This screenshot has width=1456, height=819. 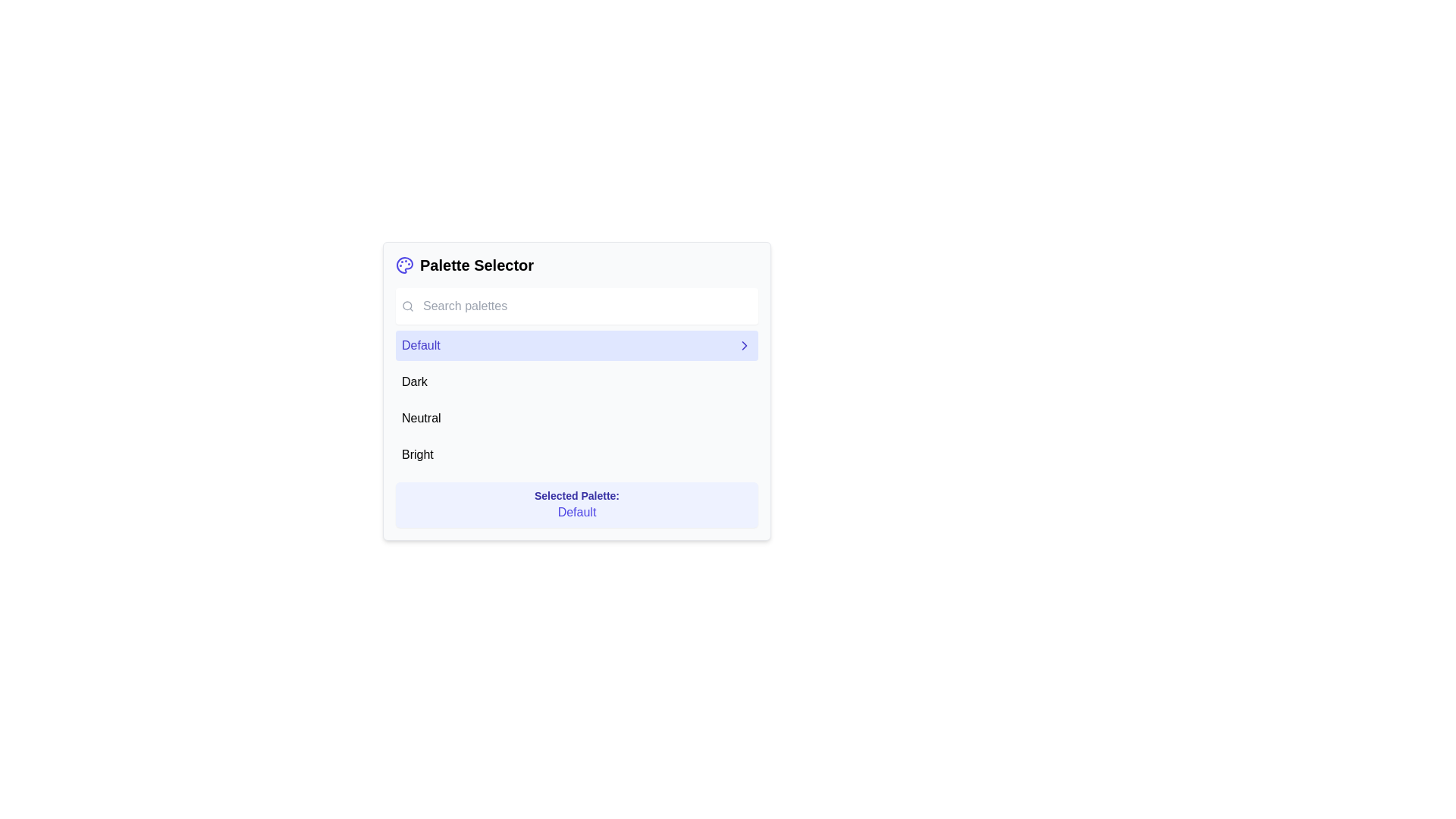 I want to click on the informational label that displays the currently selected color palette, located at the bottom of the 'Palette Selector' component, so click(x=576, y=505).